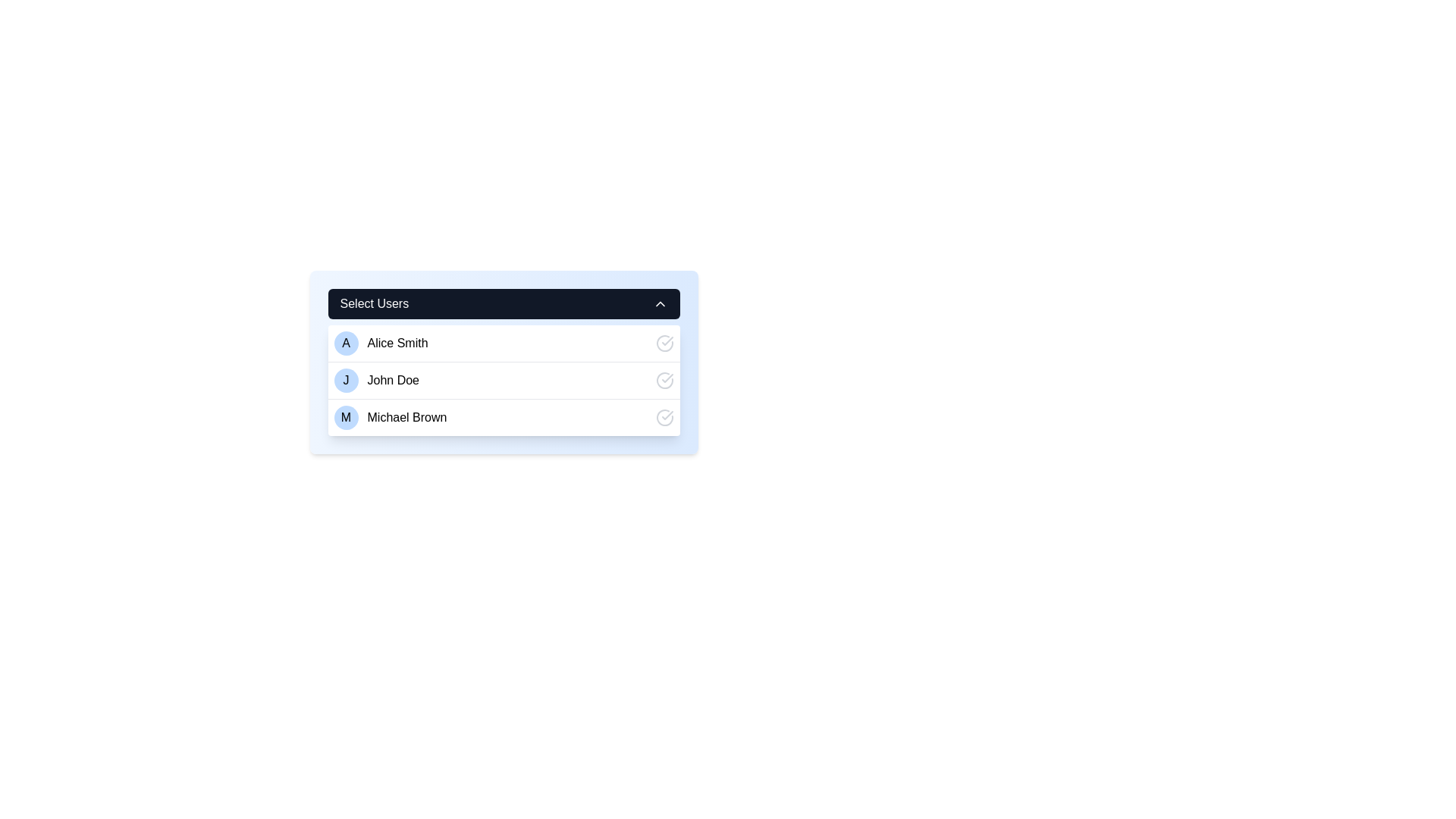  I want to click on the circular SVG icon with a gray stroke and checkmark, located at the far right of the list item for 'Michael Brown', so click(664, 418).